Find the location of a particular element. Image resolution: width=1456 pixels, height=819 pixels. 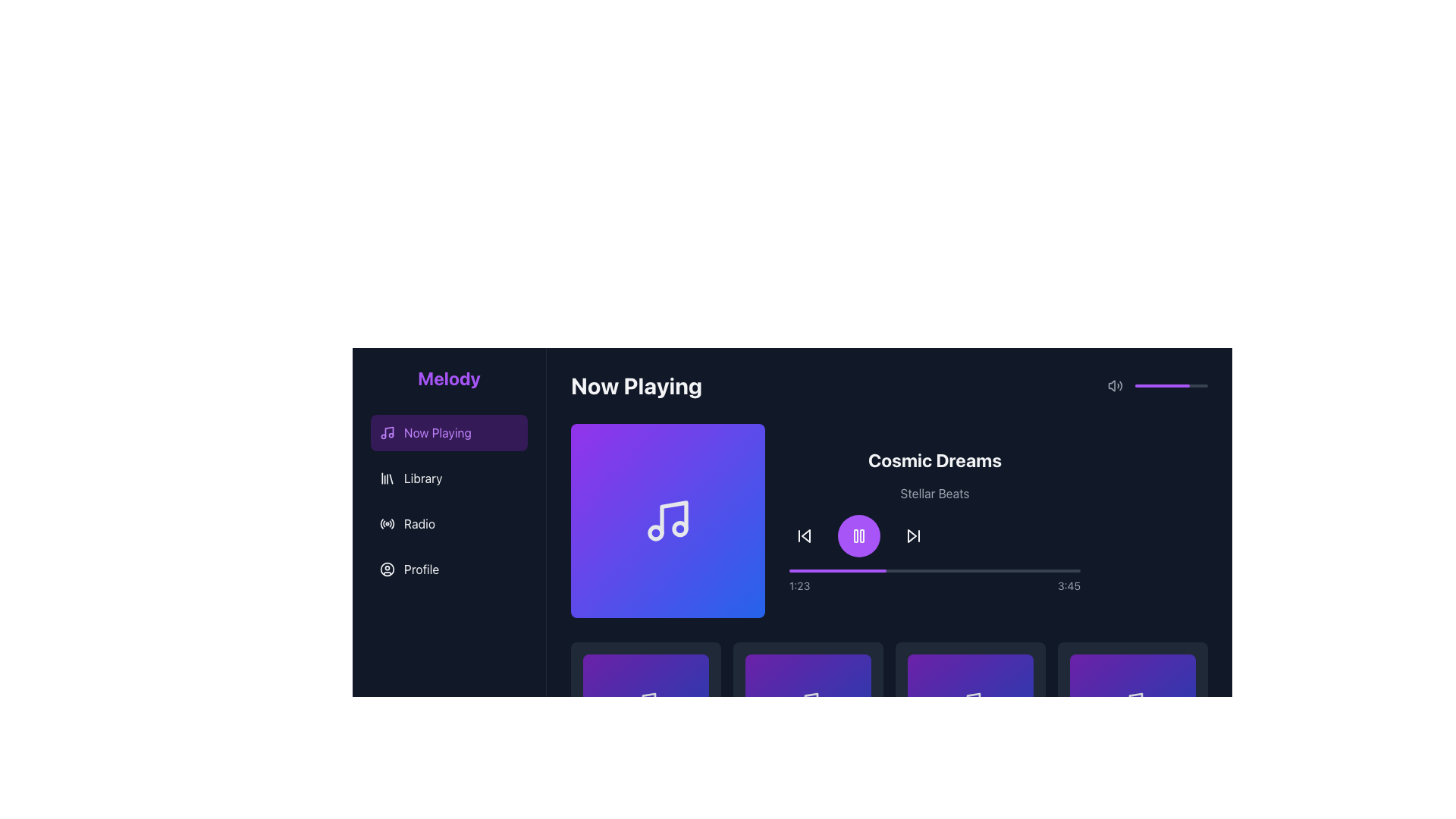

the slider is located at coordinates (1179, 385).